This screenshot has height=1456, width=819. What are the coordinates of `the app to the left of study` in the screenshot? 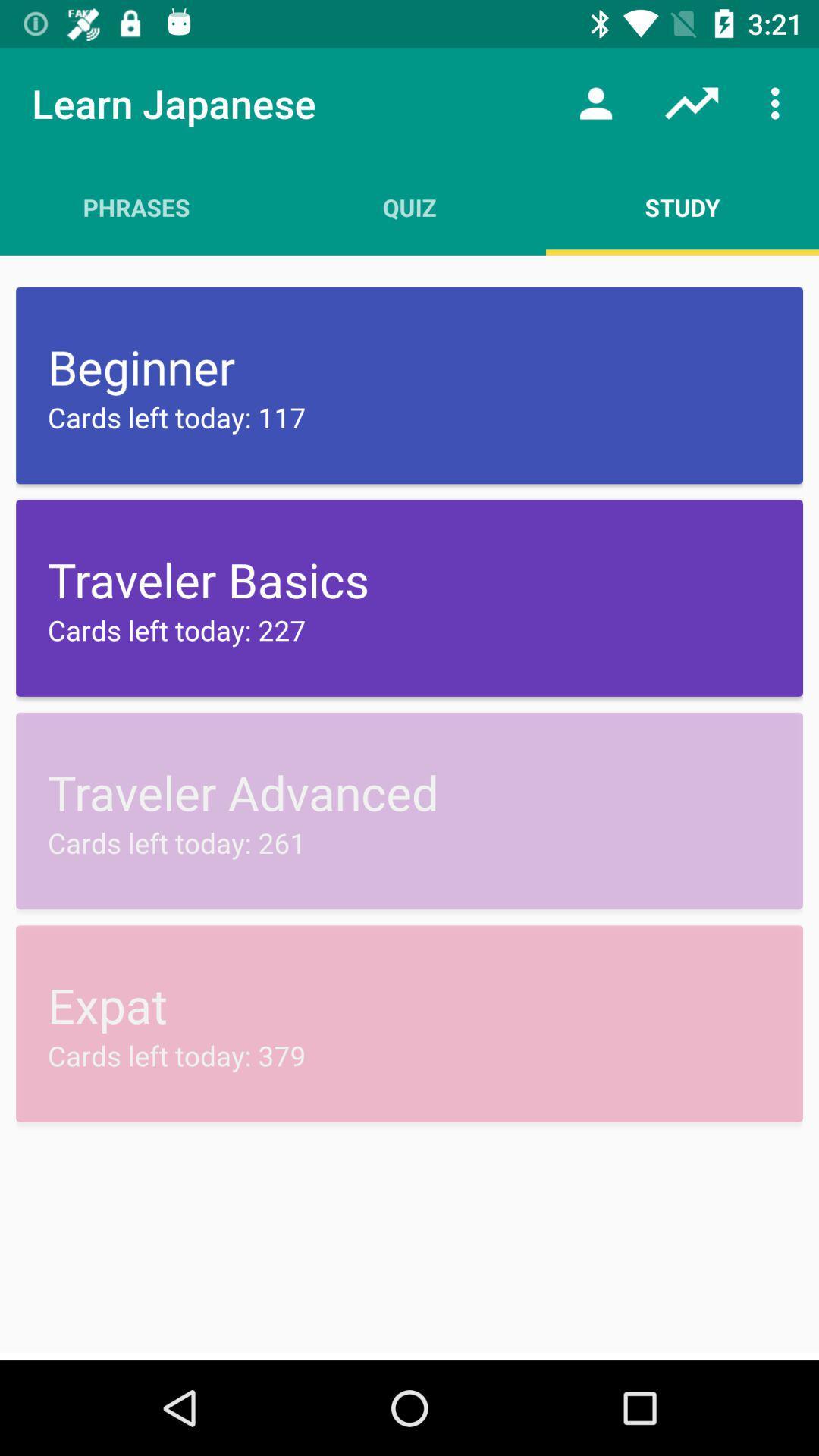 It's located at (409, 206).